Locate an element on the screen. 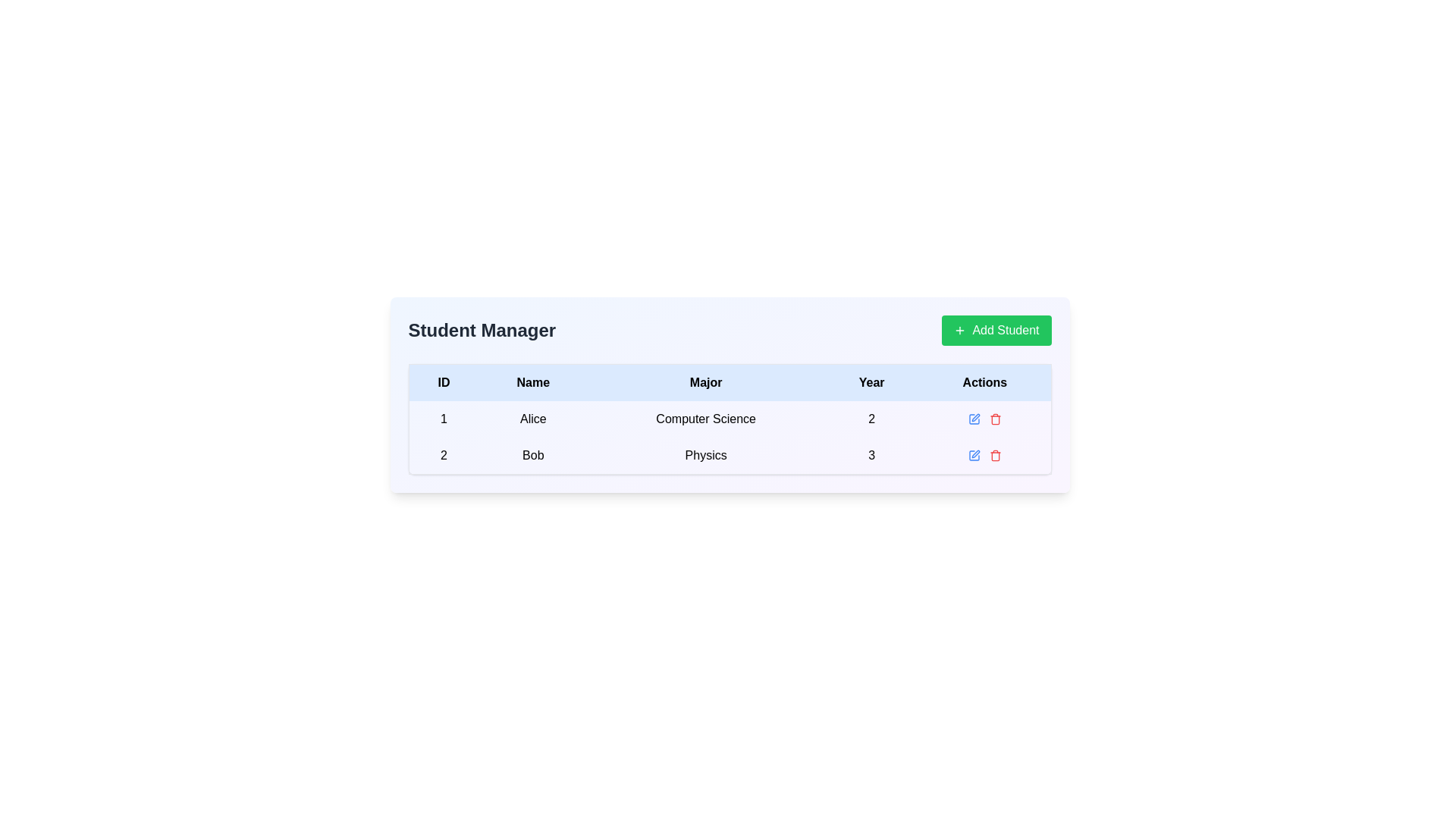 This screenshot has height=819, width=1456. the 'Major' column header in the table, which is the third header following 'ID' and 'Name', and before 'Year' and 'Actions' is located at coordinates (705, 381).